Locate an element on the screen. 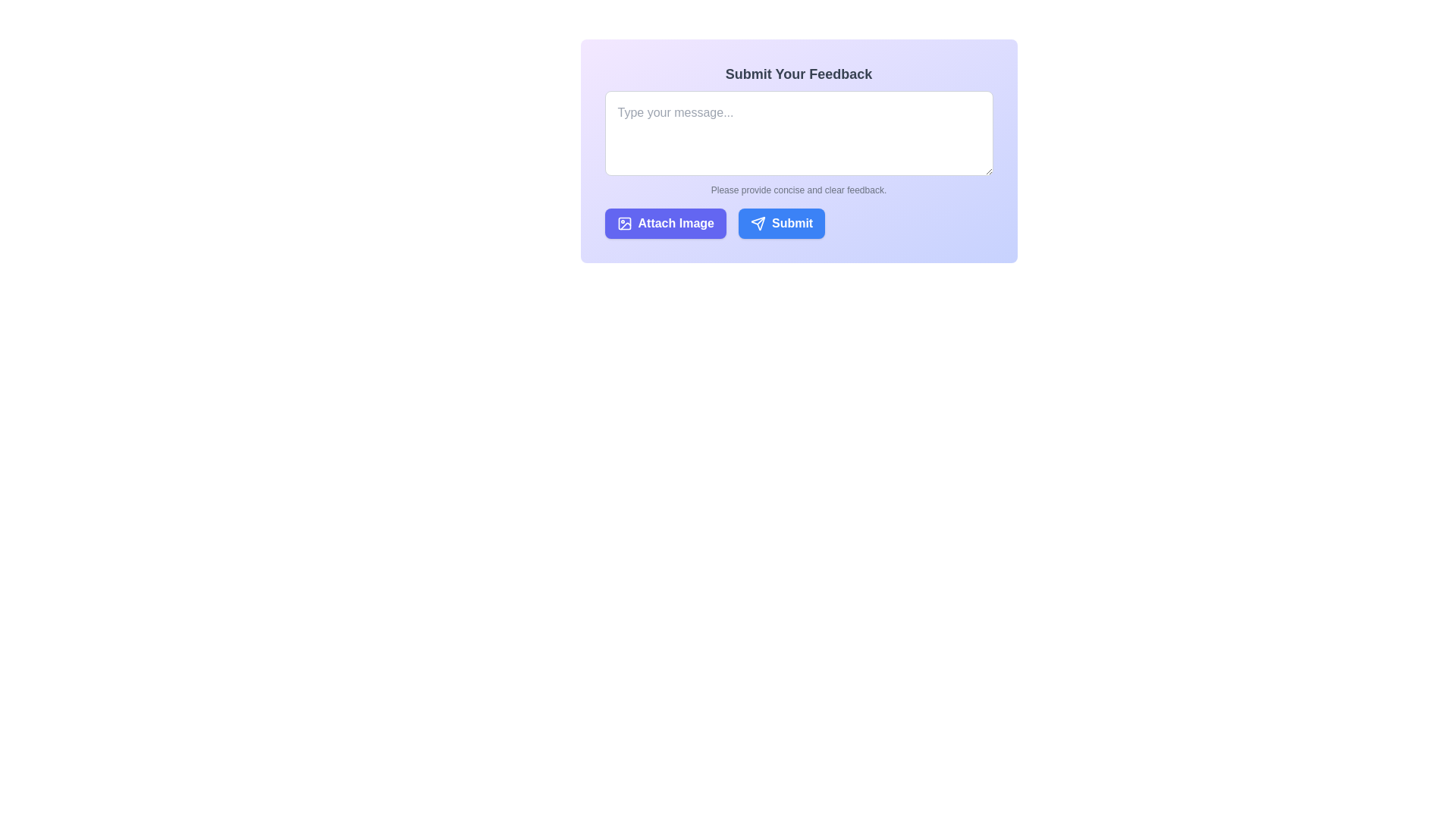  the paper plane icon within the 'Submit' button, which has a white outline against a blue background, located at the bottom right of the form panel is located at coordinates (758, 223).